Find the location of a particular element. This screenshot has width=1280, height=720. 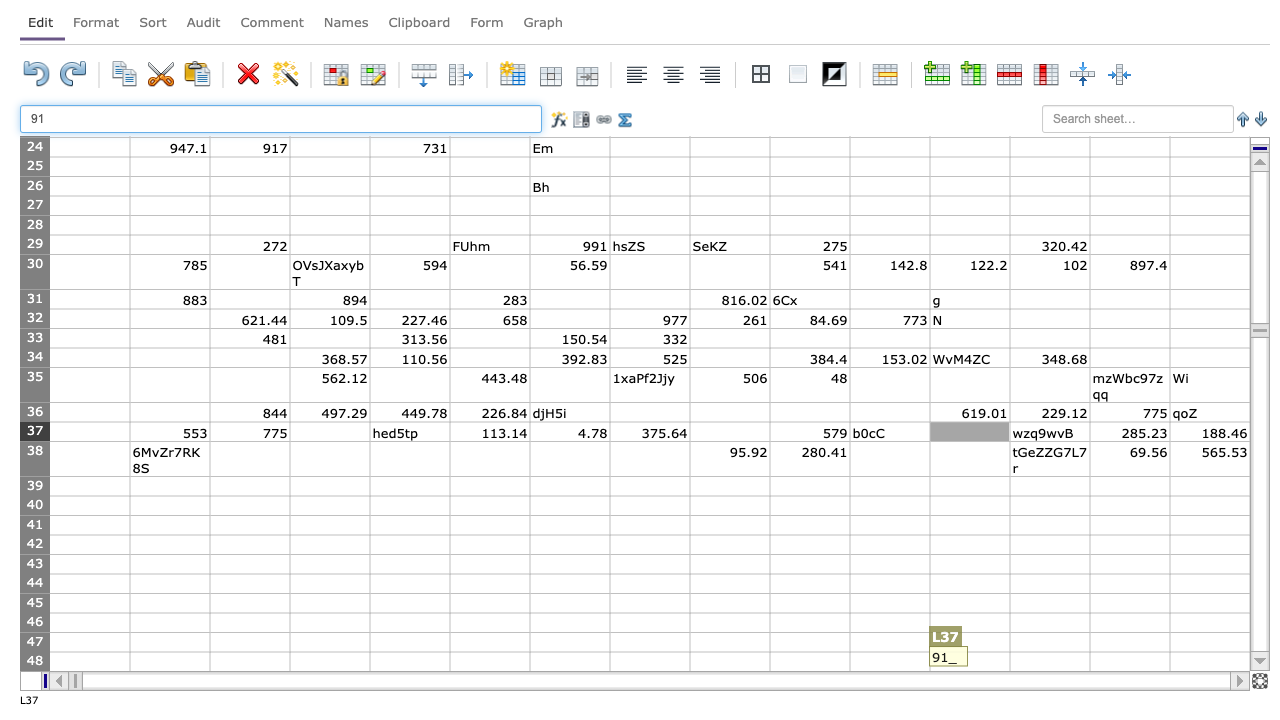

left edge of M48 is located at coordinates (1010, 661).